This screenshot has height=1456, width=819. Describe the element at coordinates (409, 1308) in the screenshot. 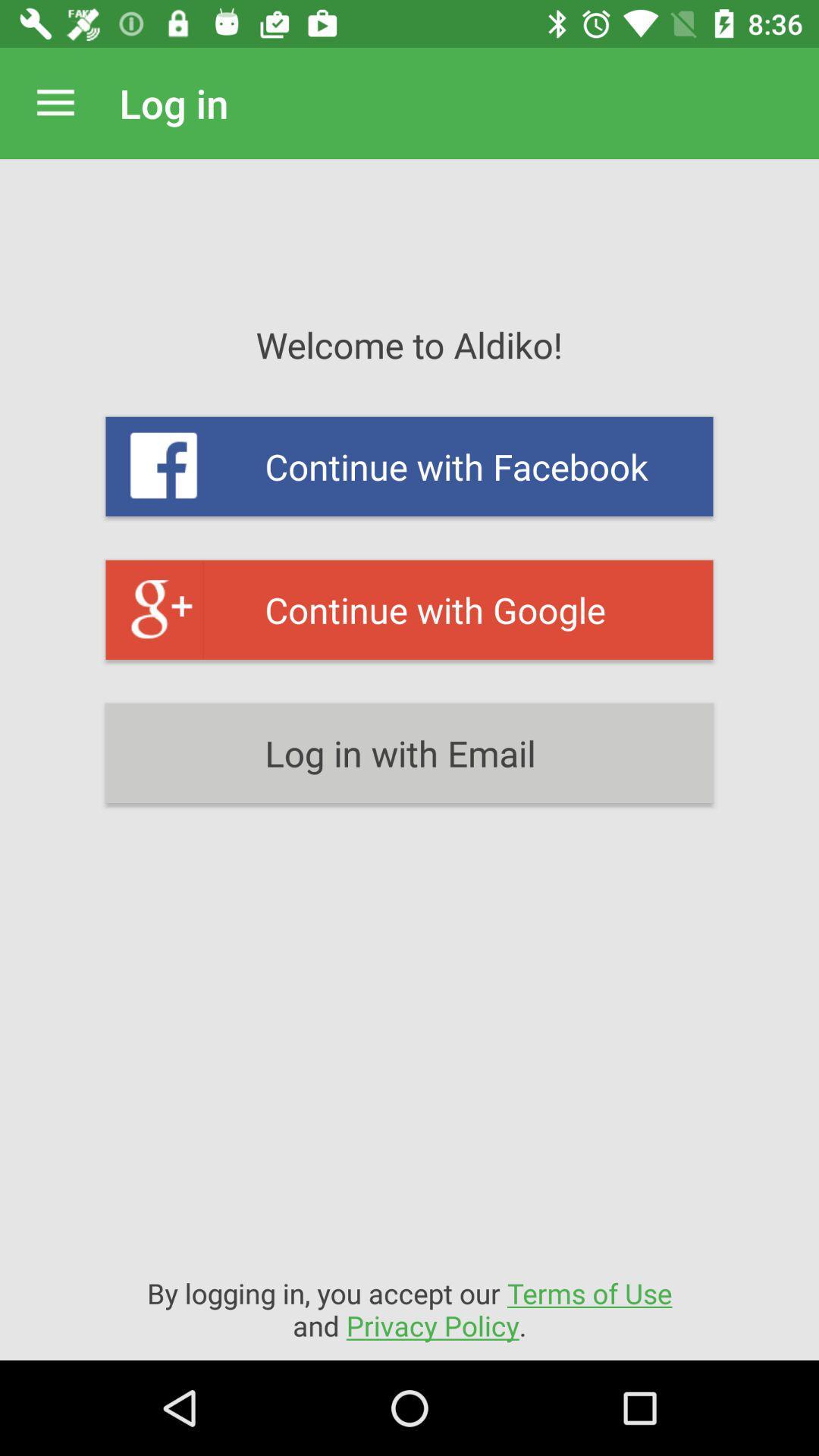

I see `the by logging in item` at that location.